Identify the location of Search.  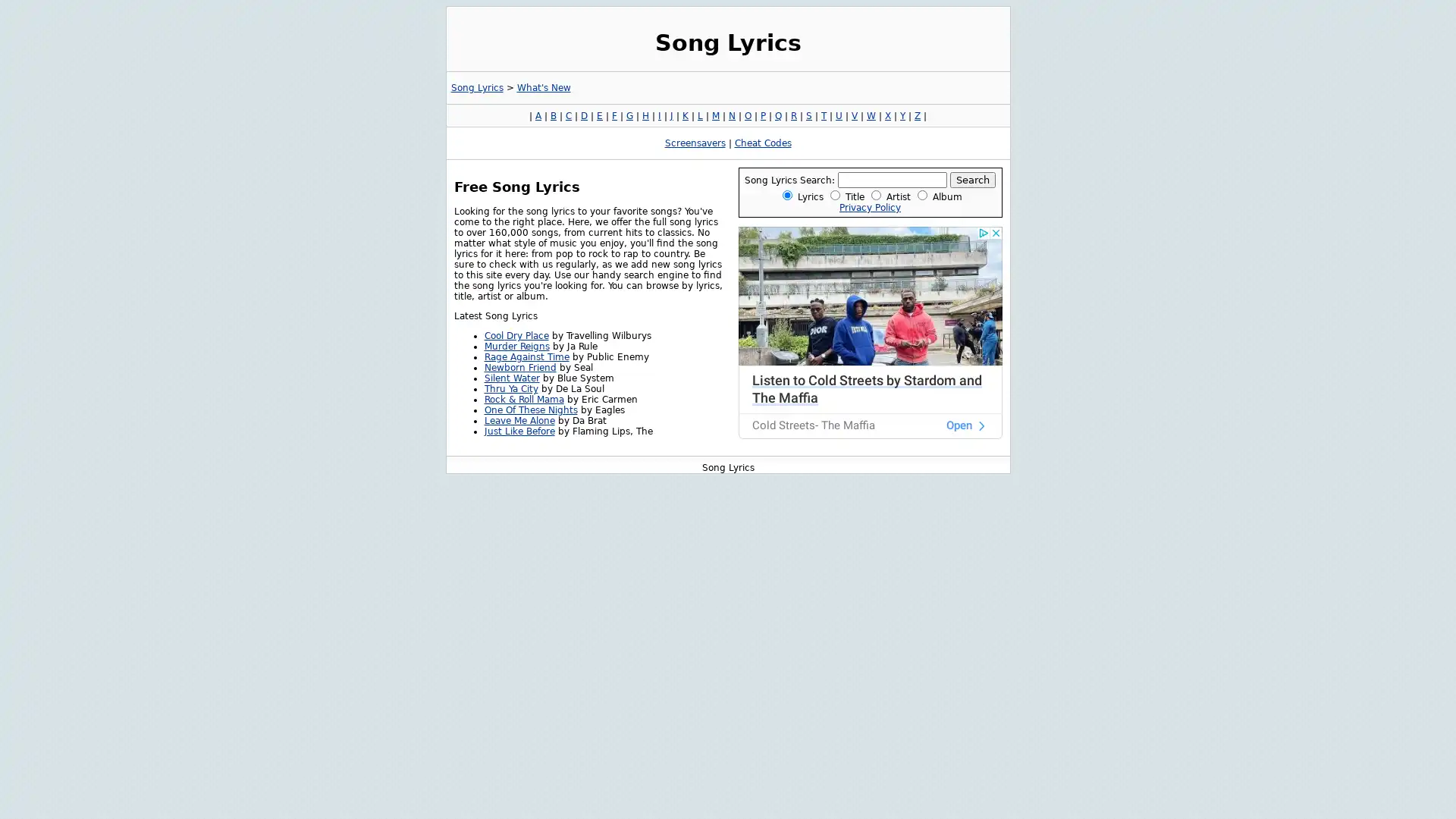
(972, 179).